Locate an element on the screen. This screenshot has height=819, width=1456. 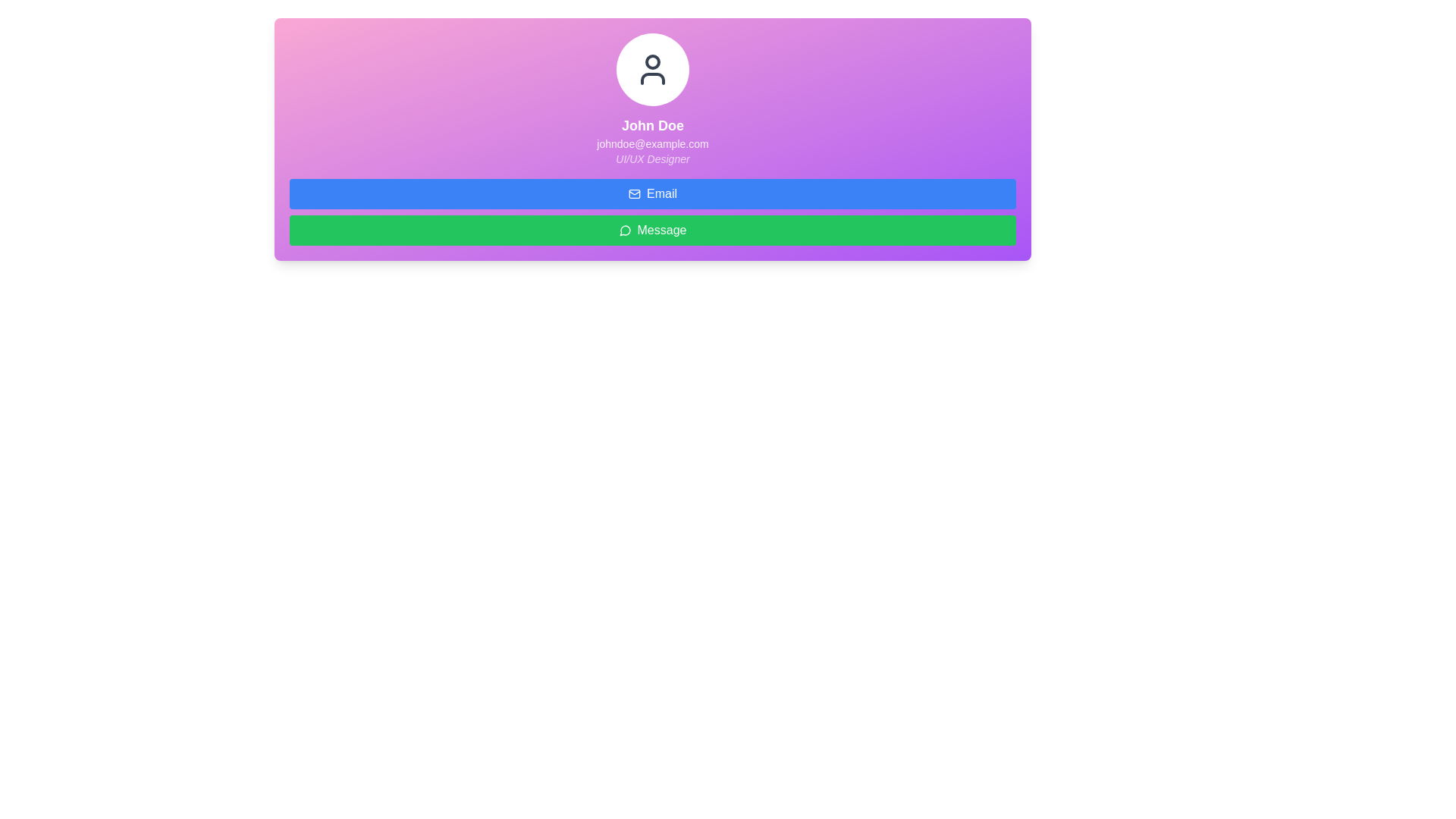
the blue 'Email' button with rounded corners located above the green 'Message' button is located at coordinates (652, 193).